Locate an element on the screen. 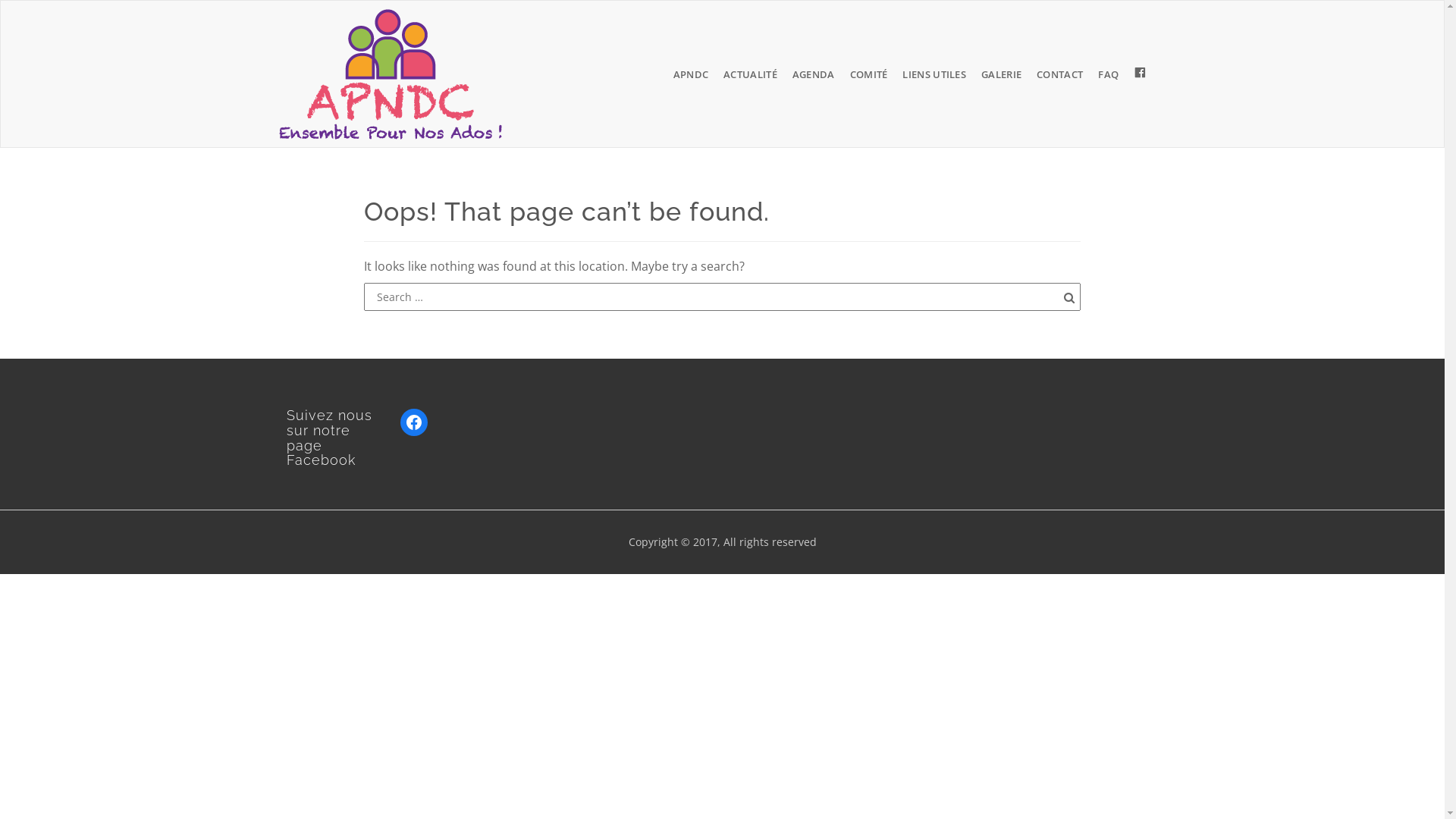 The image size is (1456, 819). 'AGENDA' is located at coordinates (813, 74).